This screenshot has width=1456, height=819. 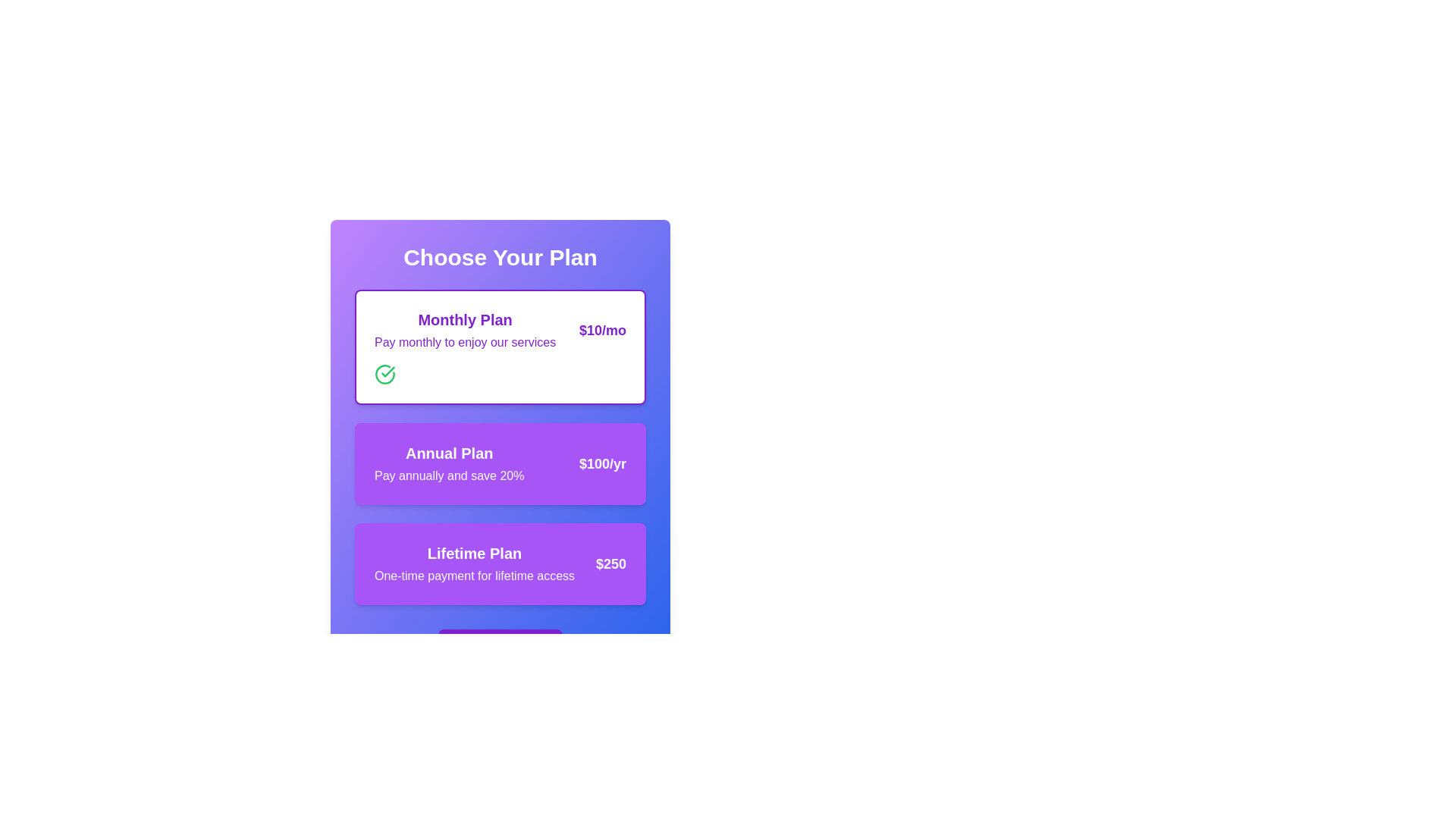 What do you see at coordinates (500, 256) in the screenshot?
I see `text content of the centered heading that says 'Choose Your Plan', which is styled in bold, large white font on a gradient purple-to-blue background` at bounding box center [500, 256].